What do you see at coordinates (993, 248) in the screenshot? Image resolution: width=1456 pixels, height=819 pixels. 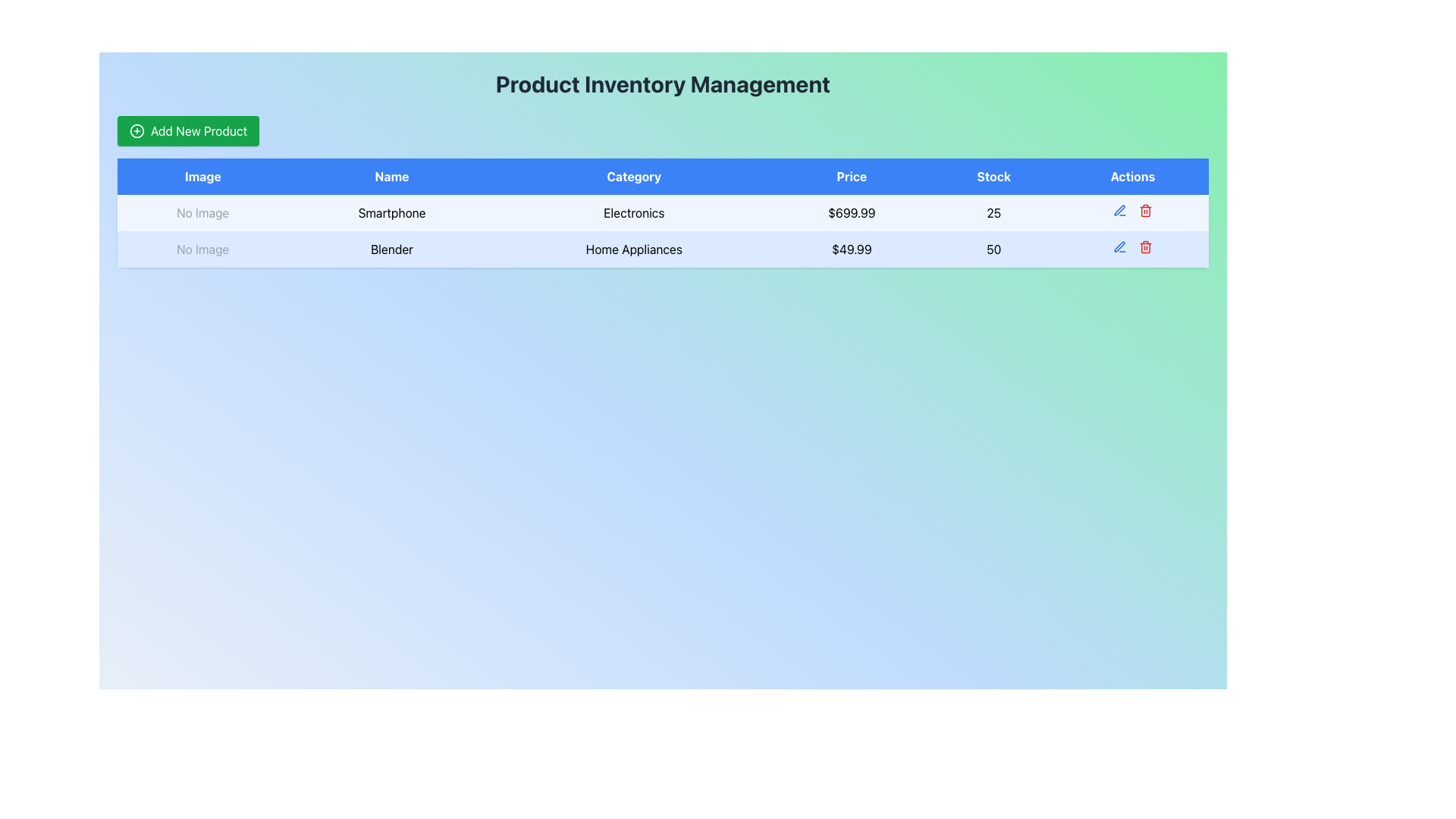 I see `the text label displaying the number '50' in the 'Stock' column of the table, which is visually distinct in a light blue cell` at bounding box center [993, 248].